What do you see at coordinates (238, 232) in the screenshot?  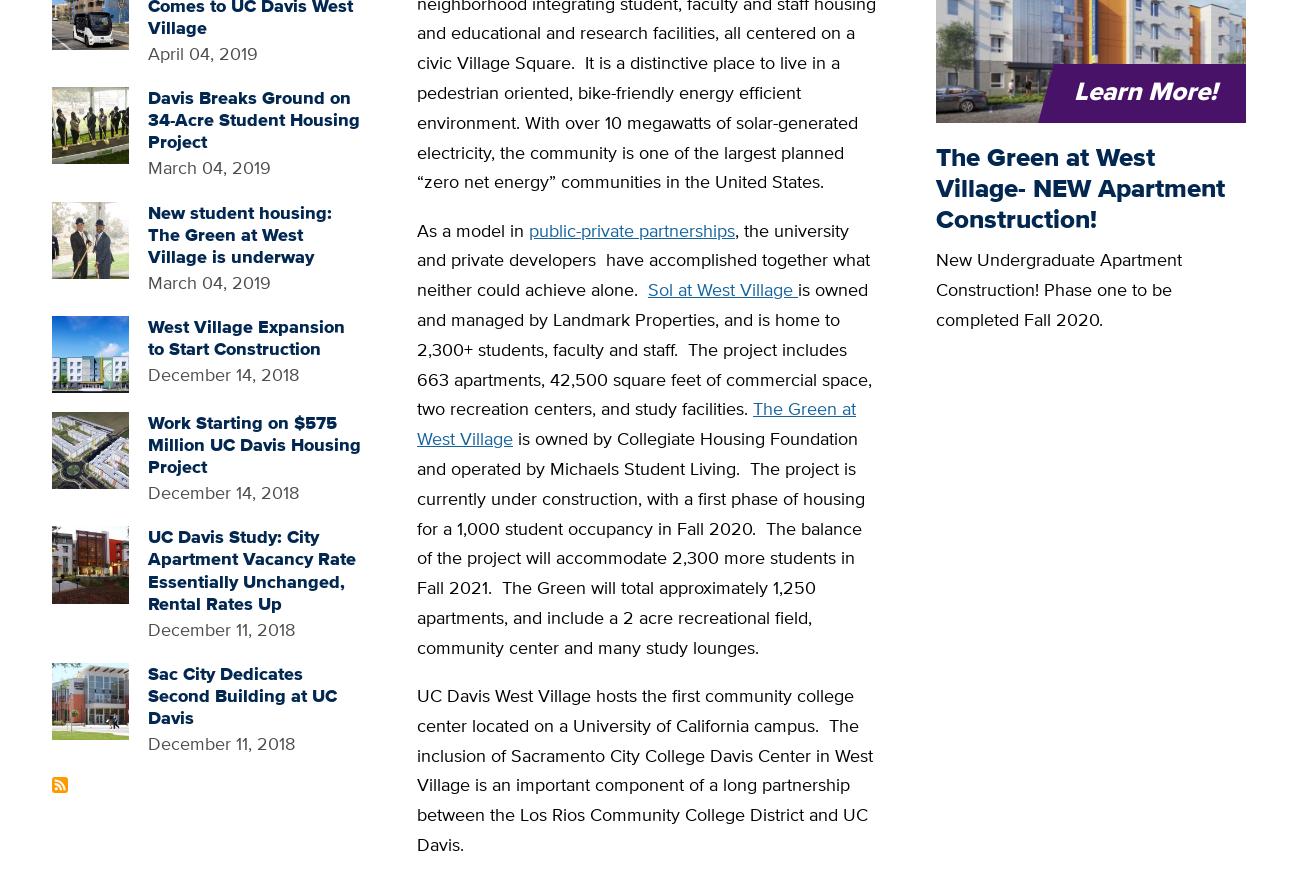 I see `'New student housing: The Green at West Village is underway'` at bounding box center [238, 232].